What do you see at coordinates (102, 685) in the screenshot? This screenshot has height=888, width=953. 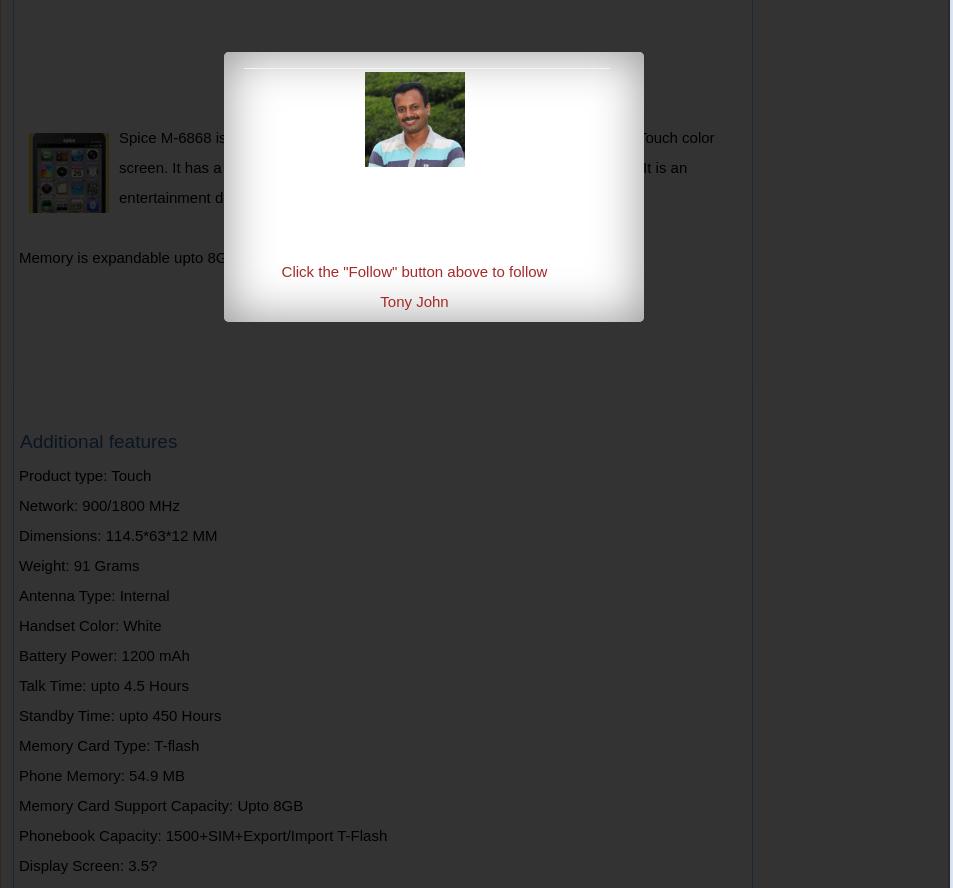 I see `'Talk Time: upto 4.5 Hours'` at bounding box center [102, 685].